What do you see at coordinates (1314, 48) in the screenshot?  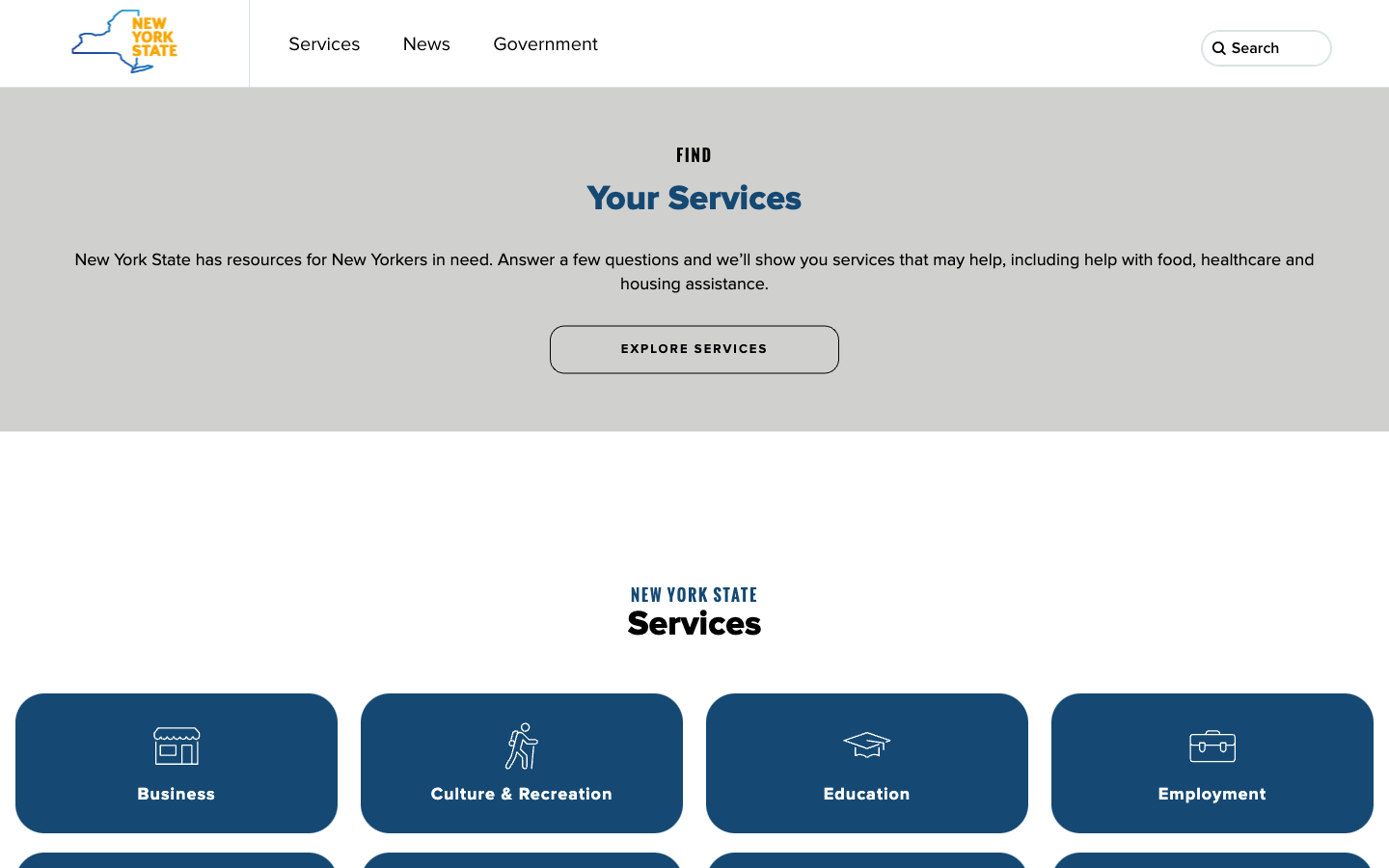 I see `Search for "bank" using the search button` at bounding box center [1314, 48].